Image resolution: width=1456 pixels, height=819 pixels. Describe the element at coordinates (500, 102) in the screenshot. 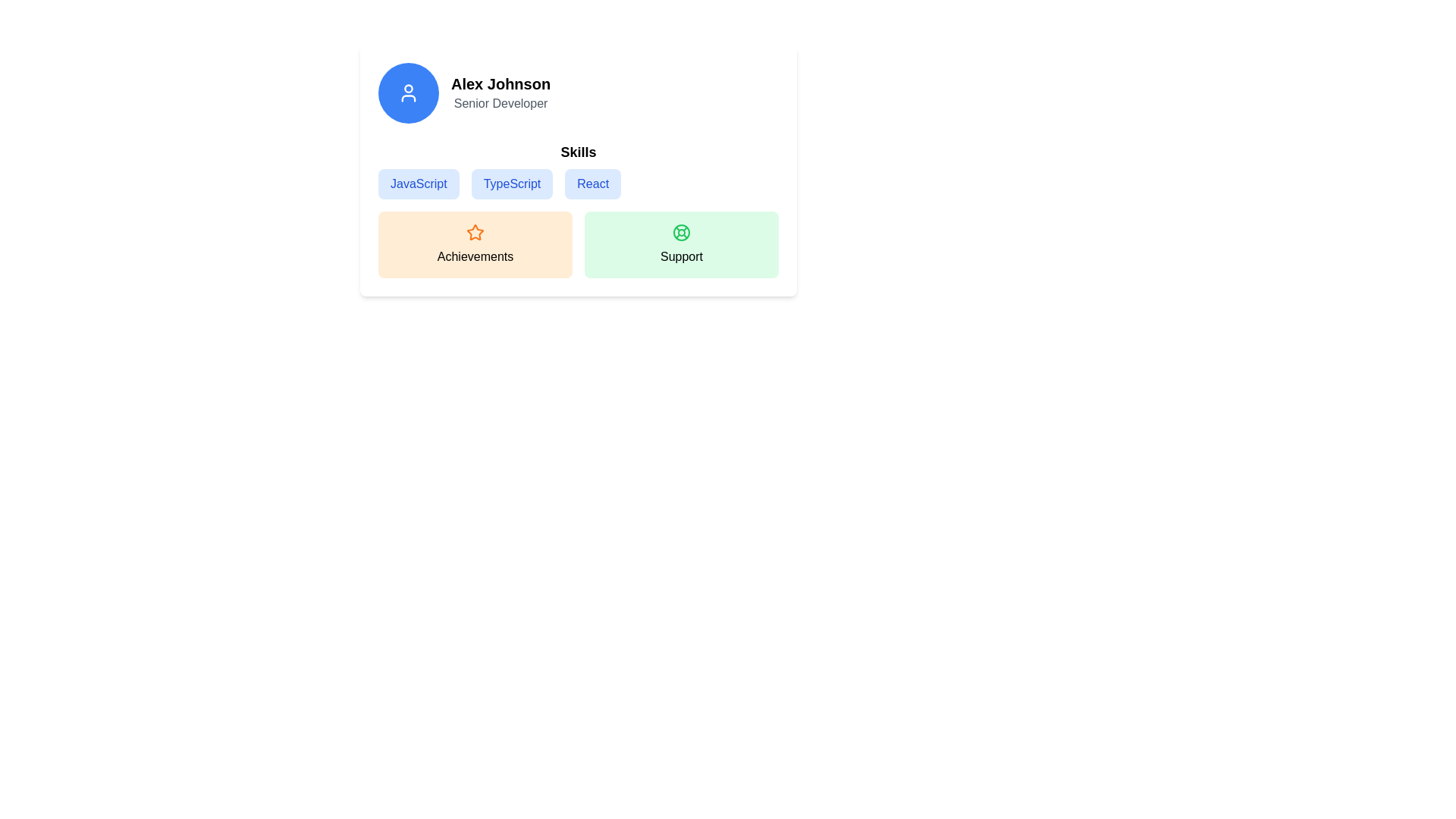

I see `the text label displaying the job title or role of the individual, which is located below the name 'Alex Johnson' within a card structure` at that location.